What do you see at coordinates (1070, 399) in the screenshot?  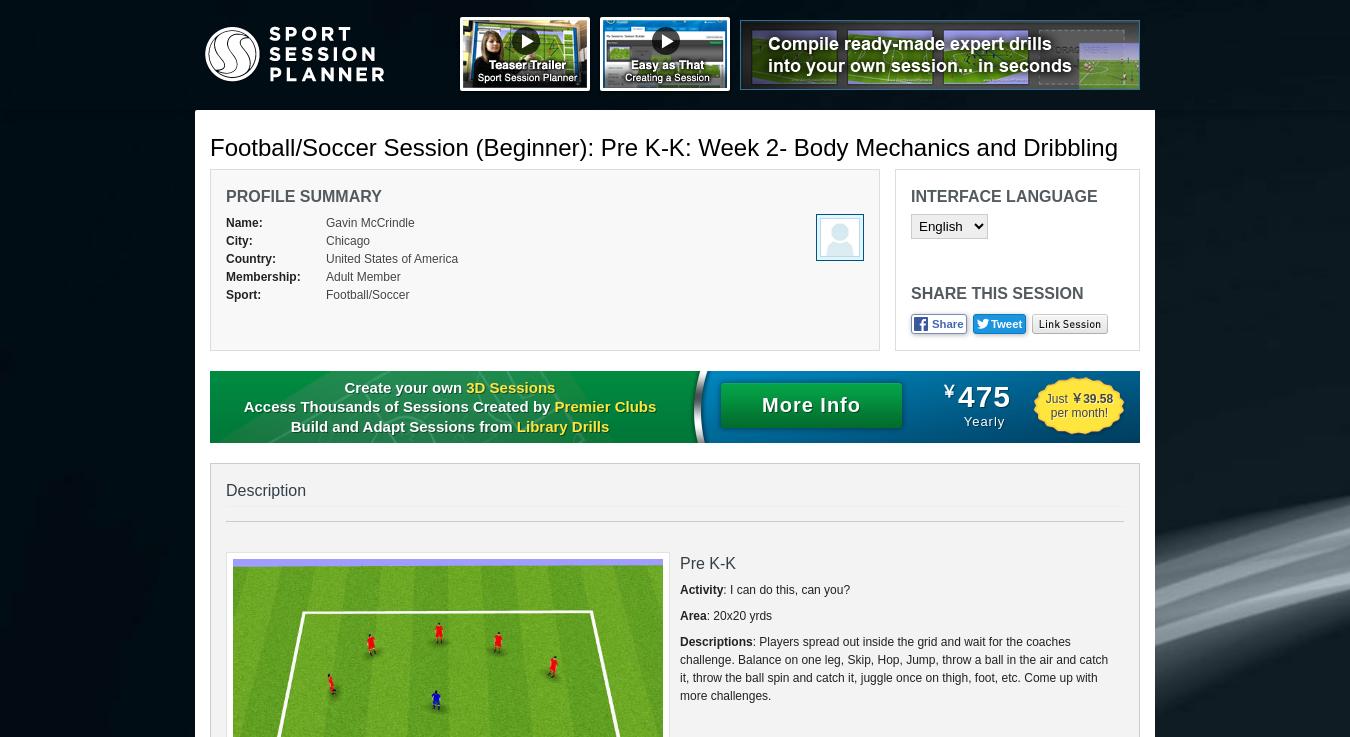 I see `'￥39.58'` at bounding box center [1070, 399].